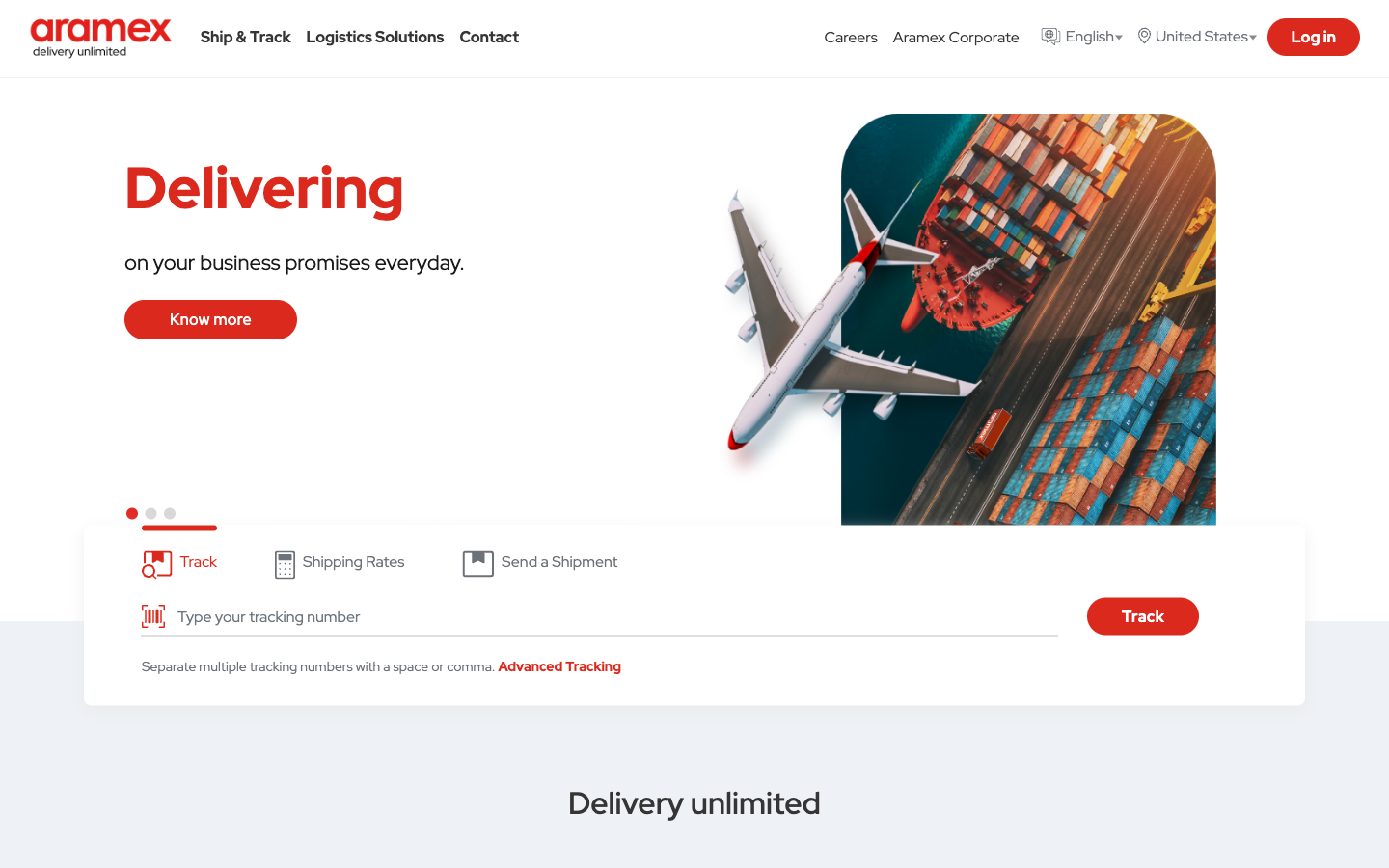 This screenshot has height=868, width=1389. I want to click on a package using Advanced Tracking button, so click(559, 665).